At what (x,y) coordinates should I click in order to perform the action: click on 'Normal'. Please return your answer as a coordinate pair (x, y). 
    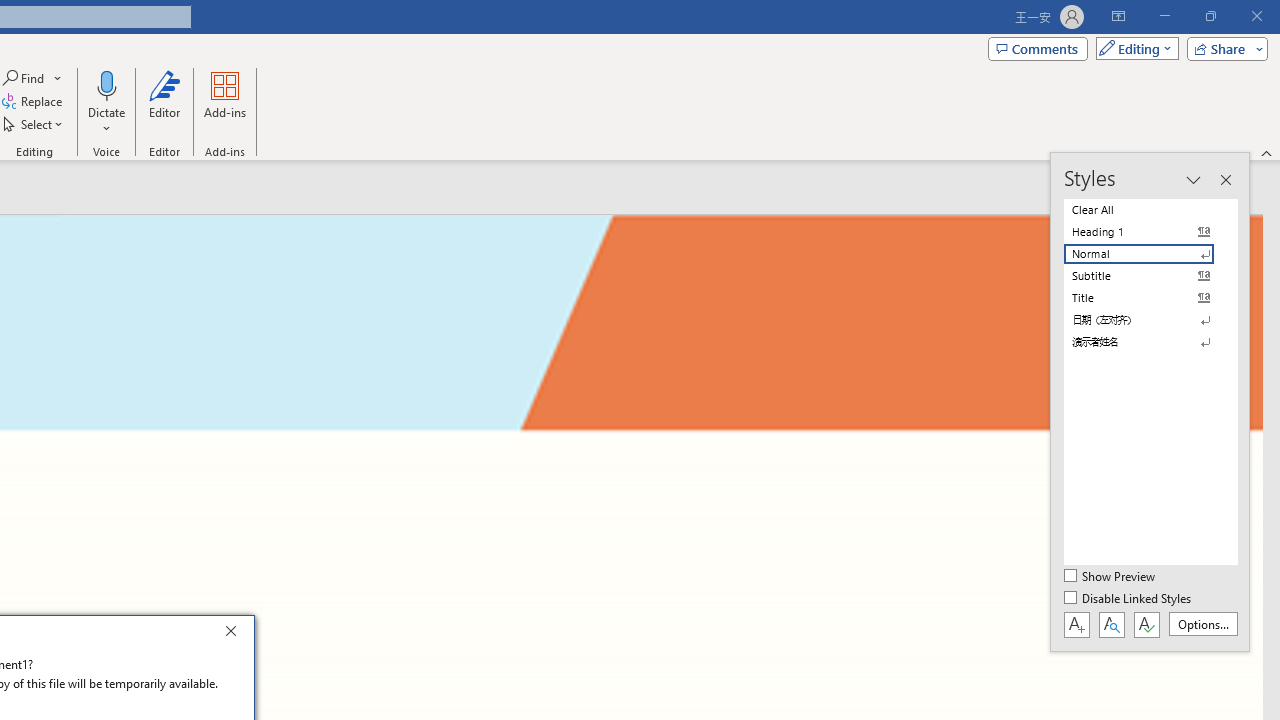
    Looking at the image, I should click on (1150, 253).